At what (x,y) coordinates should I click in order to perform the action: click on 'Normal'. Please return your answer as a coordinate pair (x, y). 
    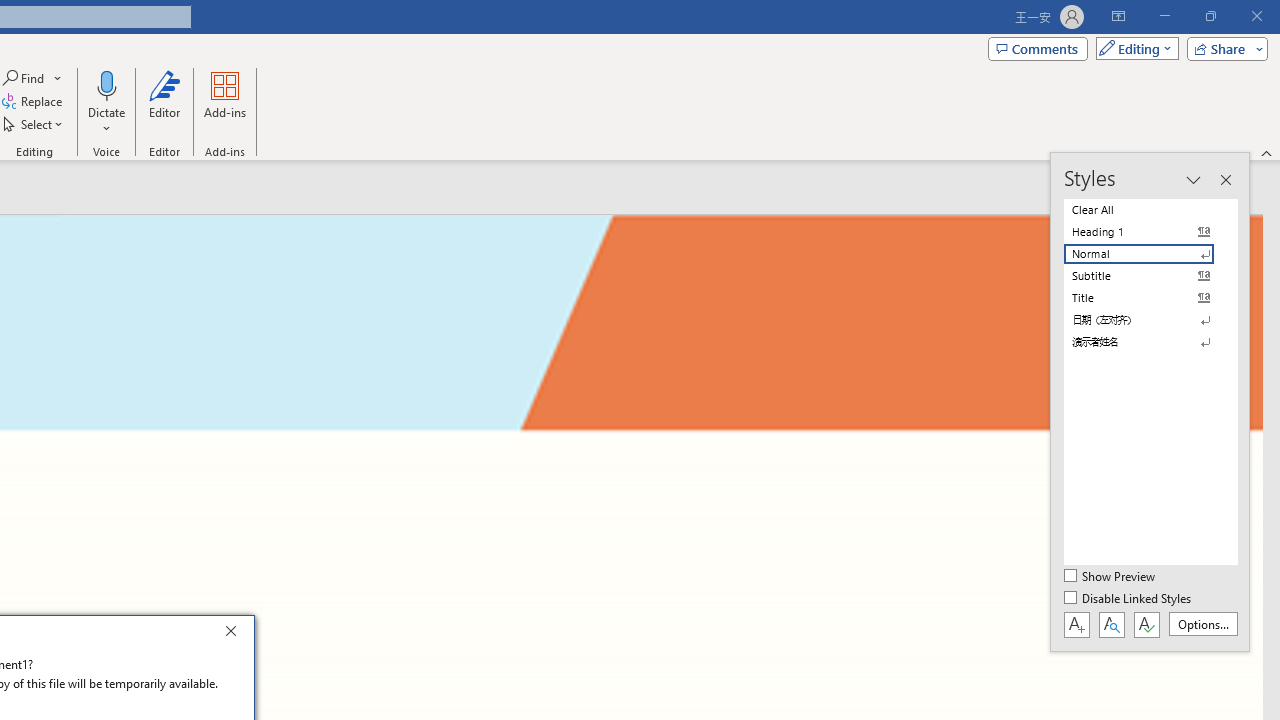
    Looking at the image, I should click on (1150, 253).